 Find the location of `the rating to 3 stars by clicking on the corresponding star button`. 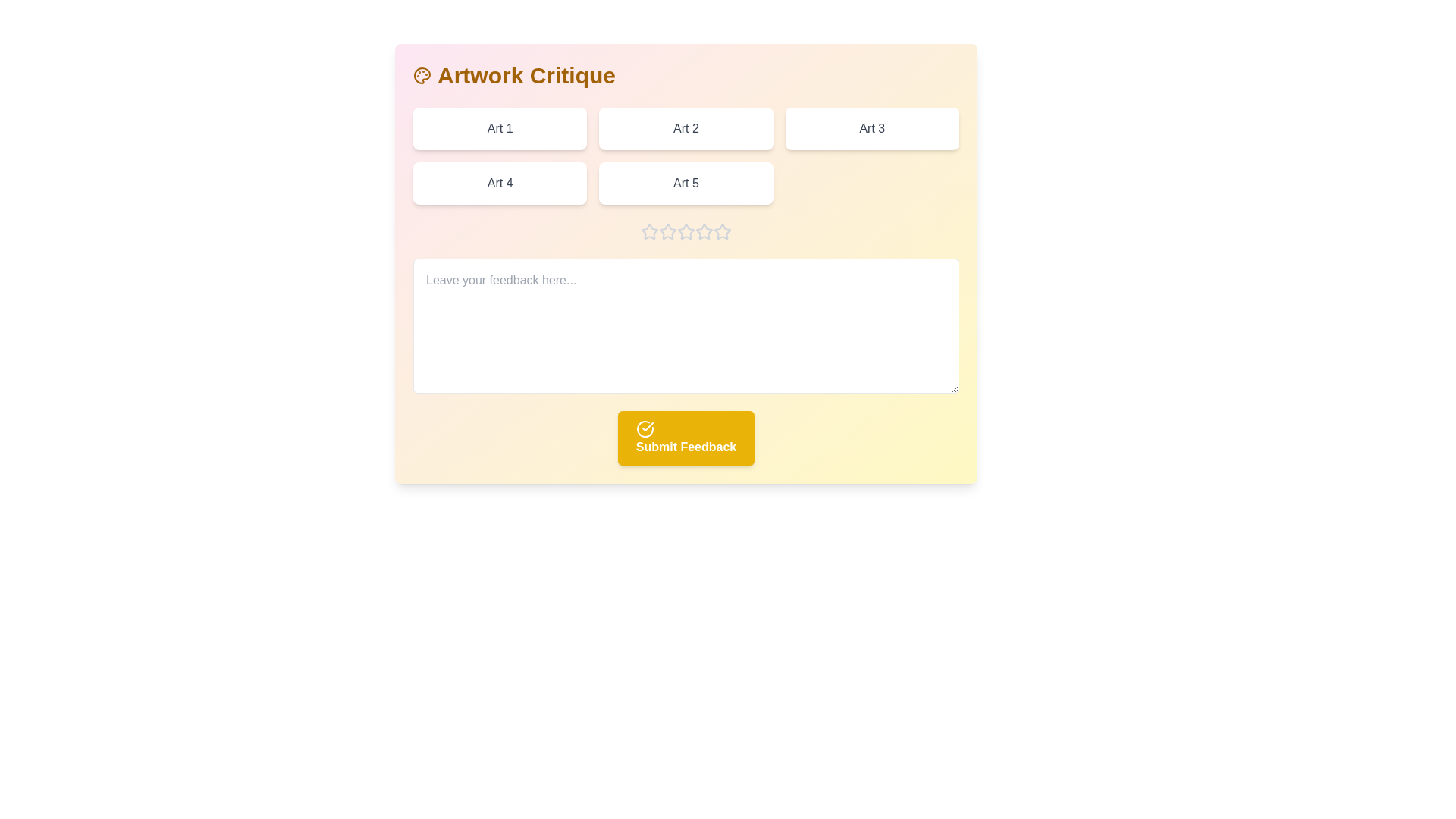

the rating to 3 stars by clicking on the corresponding star button is located at coordinates (686, 231).